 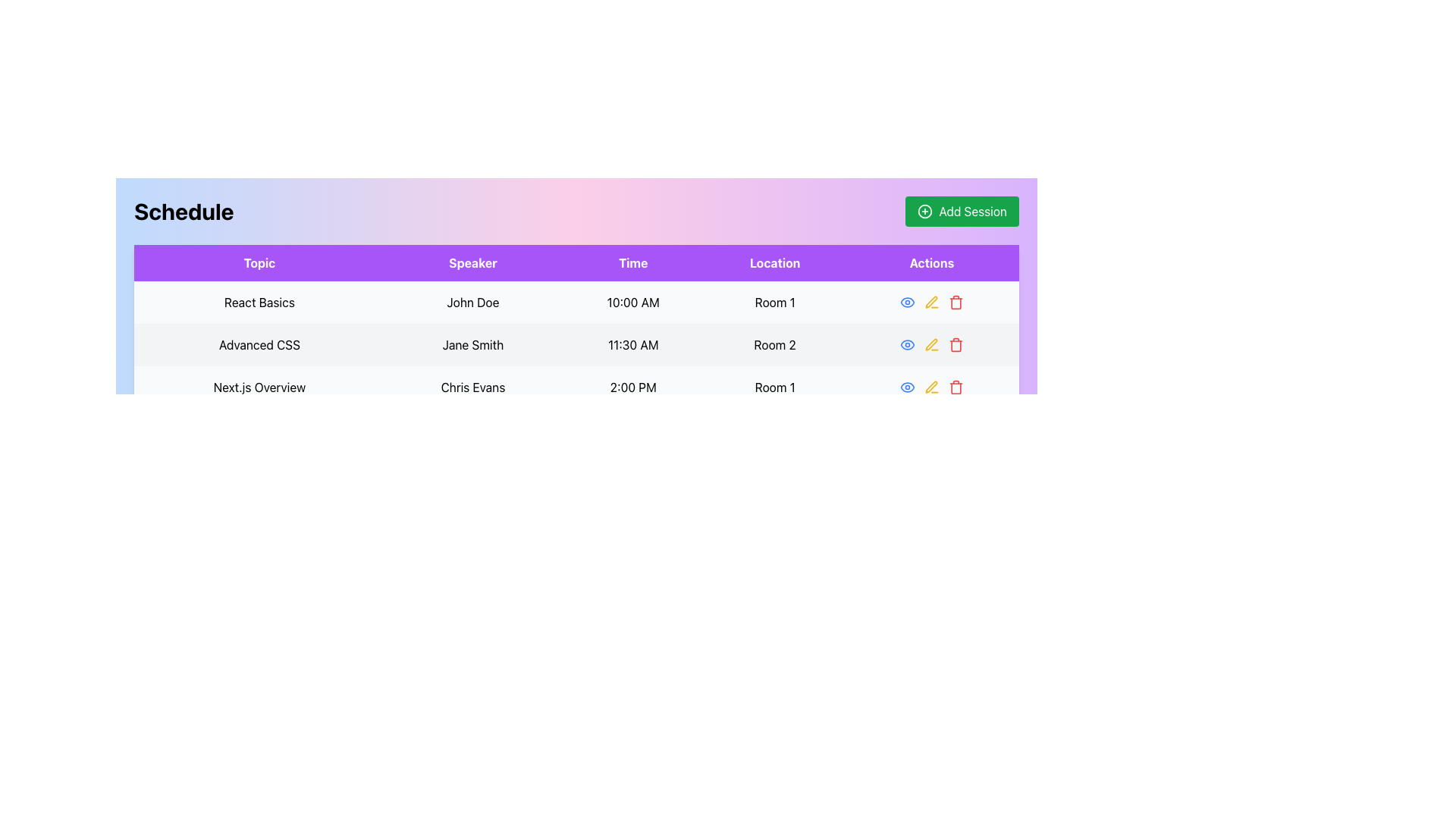 I want to click on the 'Speaker' column header, which is the second header item from the left in the table layout, positioned between the 'Topic' and 'Time' headers, so click(x=472, y=262).